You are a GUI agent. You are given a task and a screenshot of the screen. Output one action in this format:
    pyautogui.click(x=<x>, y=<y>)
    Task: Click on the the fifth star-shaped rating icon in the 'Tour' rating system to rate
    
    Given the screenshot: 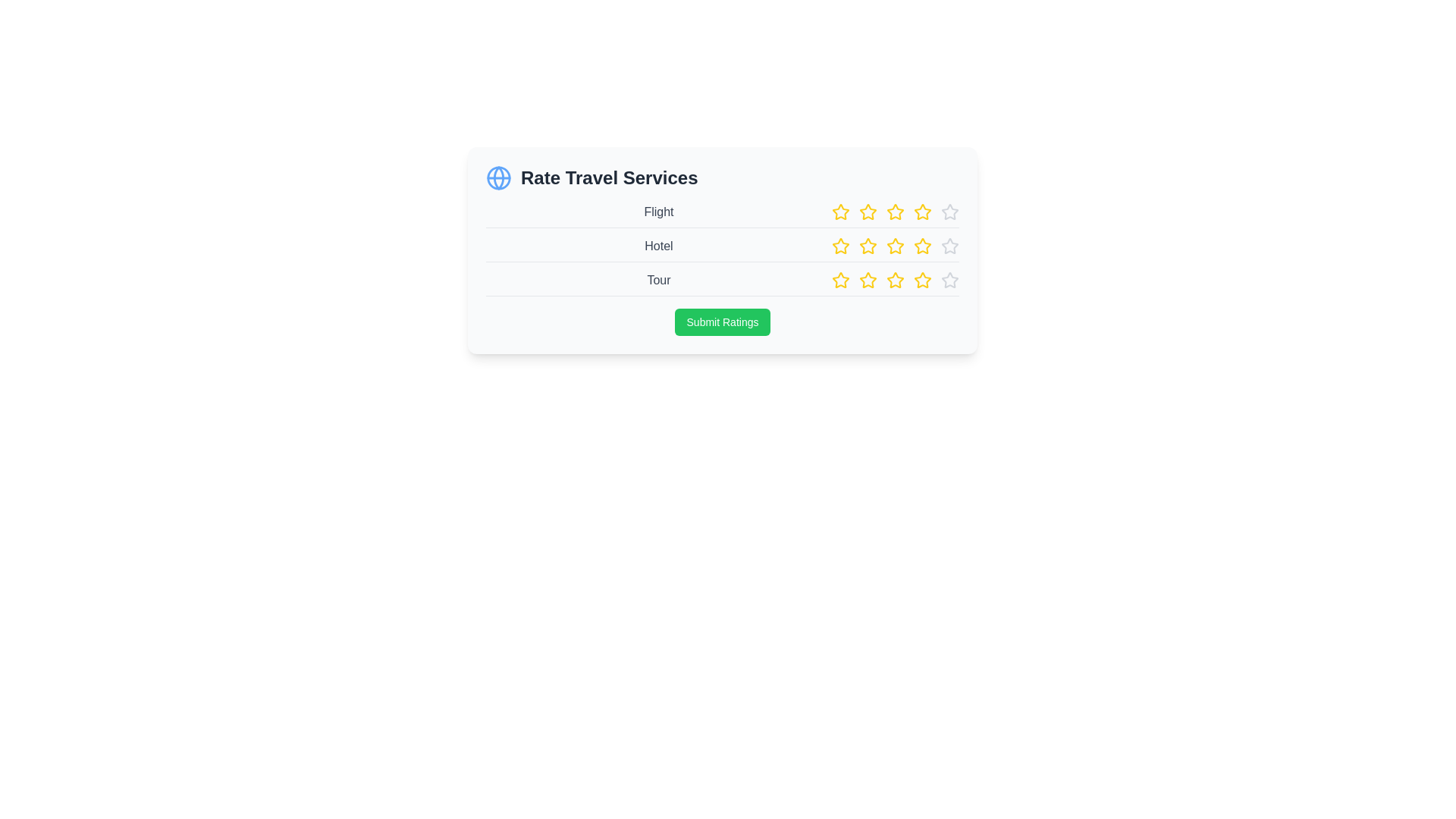 What is the action you would take?
    pyautogui.click(x=949, y=281)
    